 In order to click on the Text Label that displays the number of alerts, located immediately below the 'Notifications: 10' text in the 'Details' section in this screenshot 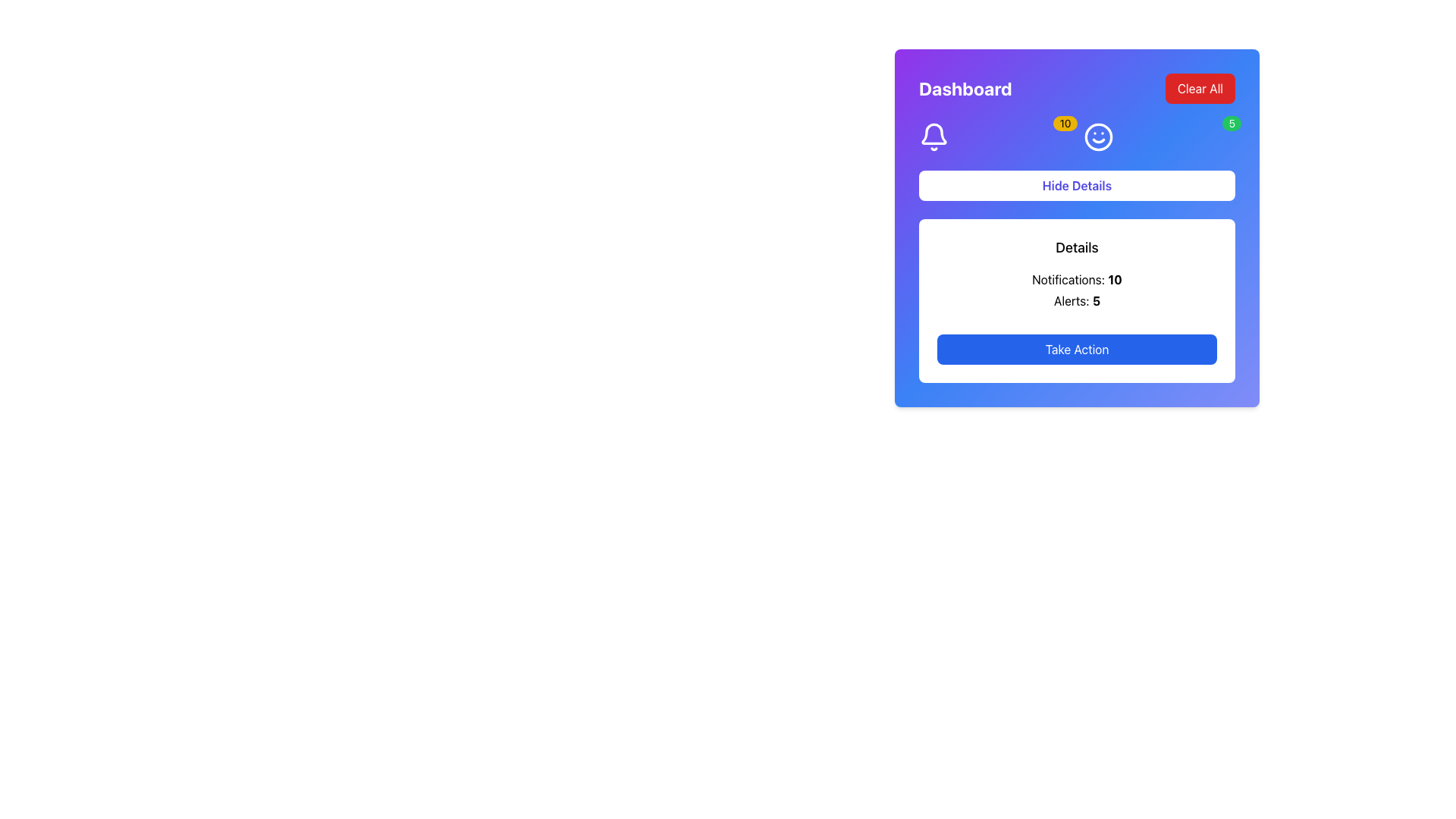, I will do `click(1076, 301)`.